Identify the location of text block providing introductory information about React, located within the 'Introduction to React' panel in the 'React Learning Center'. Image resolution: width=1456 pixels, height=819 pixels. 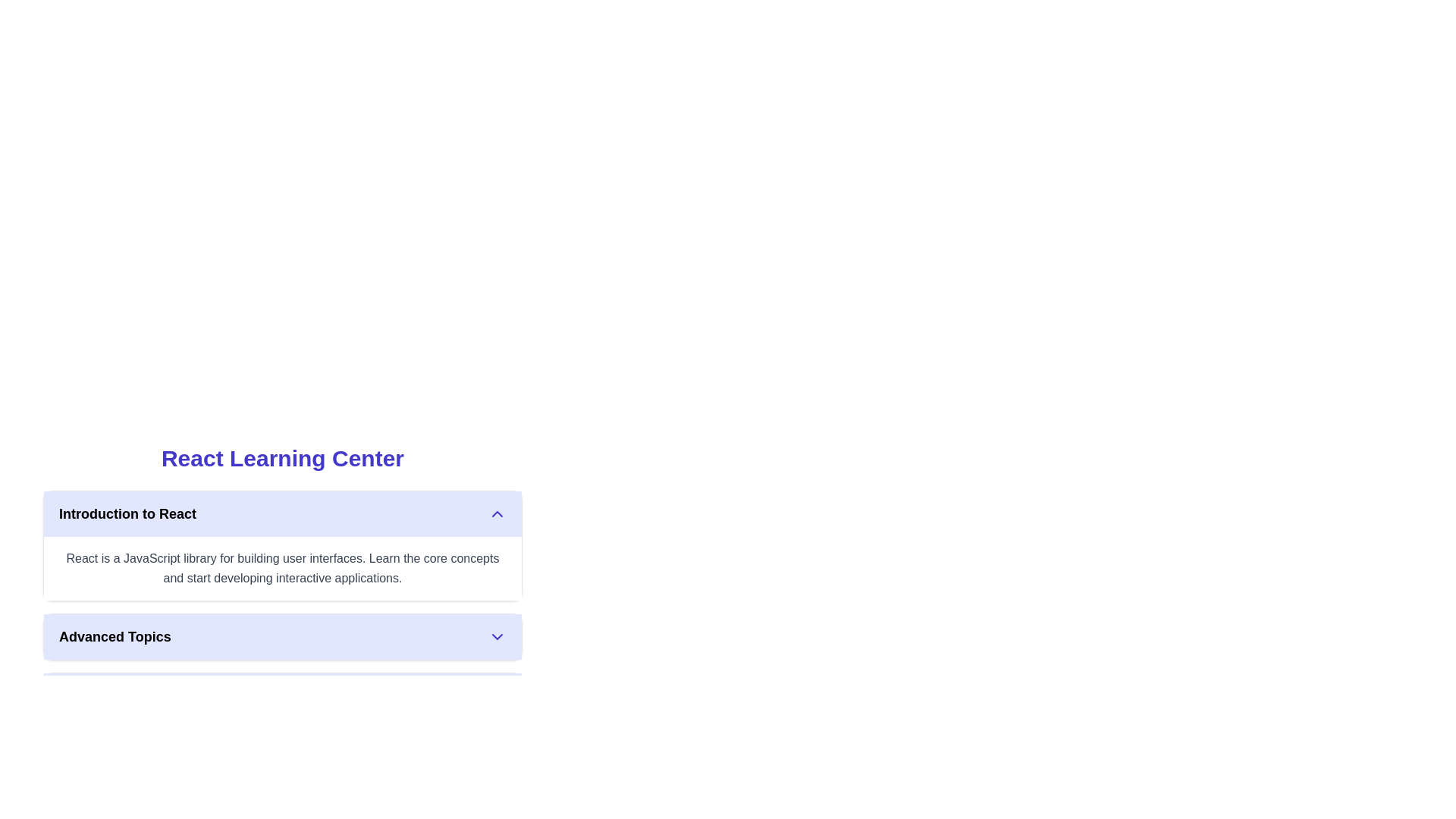
(283, 568).